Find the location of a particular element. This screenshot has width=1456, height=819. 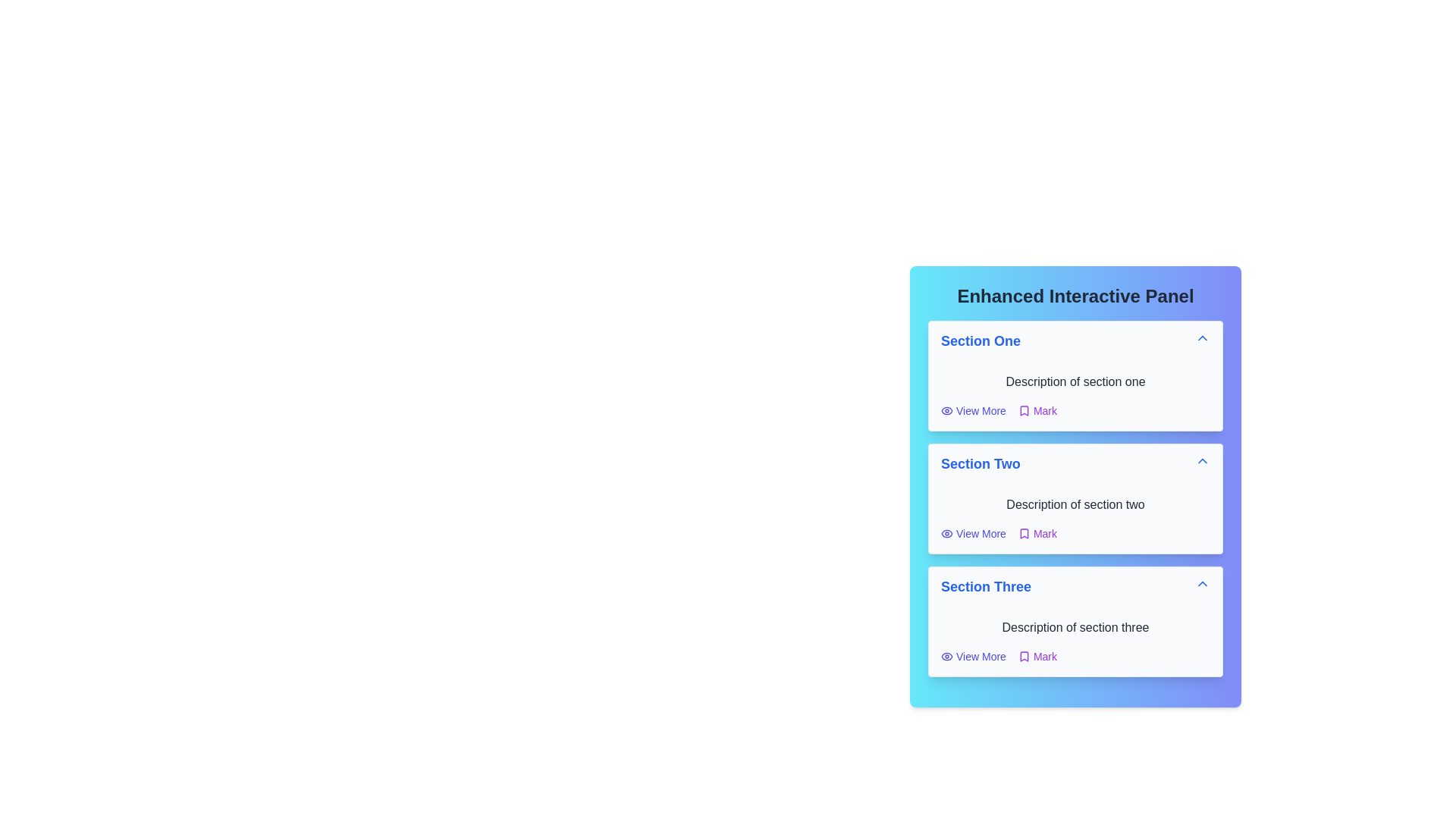

the 'Mark' button located at the bottom of the 'Section Three' card within the 'Enhanced Interactive Panel' to bookmark the section is located at coordinates (1075, 656).